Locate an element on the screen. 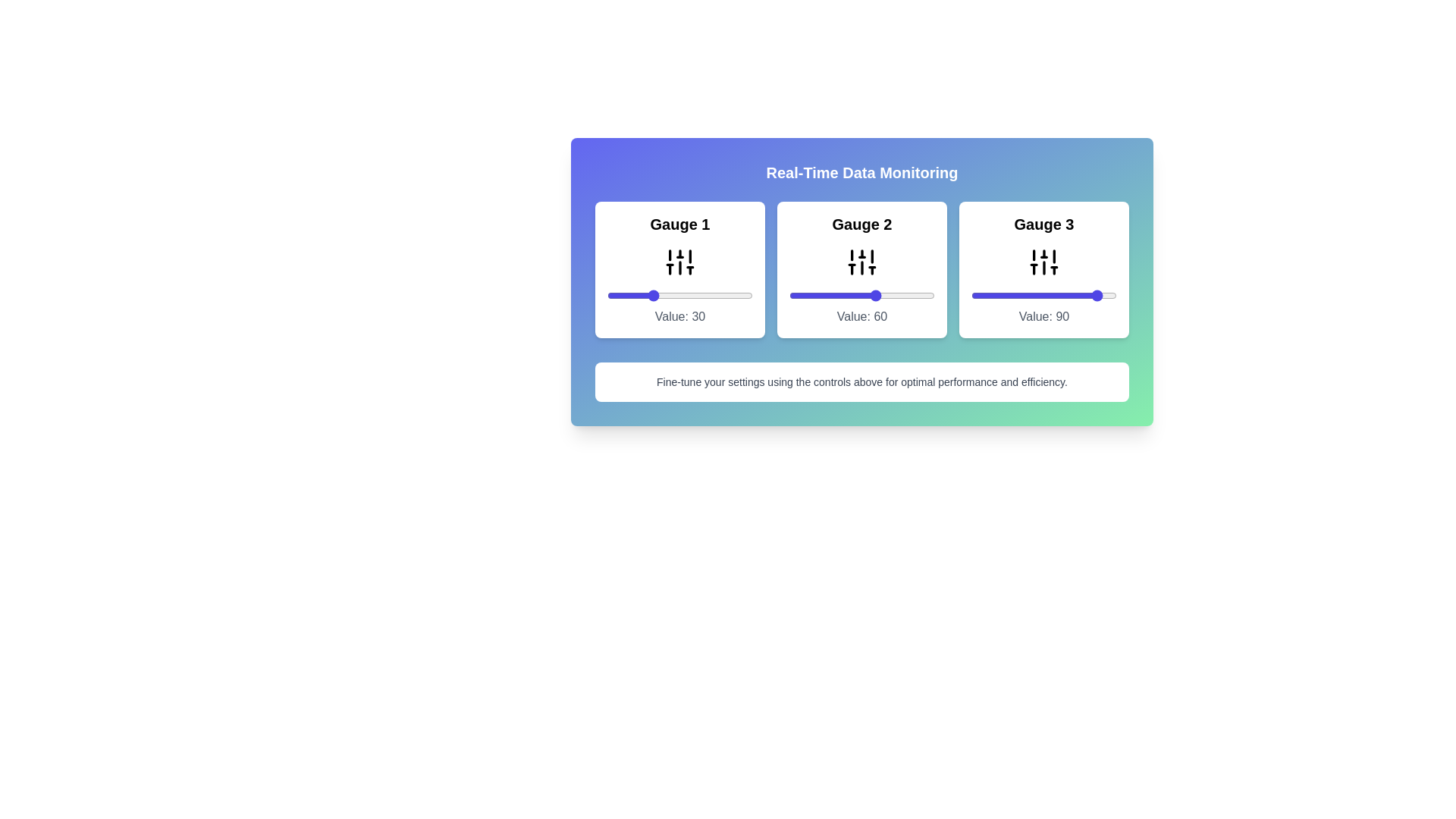 The image size is (1456, 819). the slider is located at coordinates (843, 295).